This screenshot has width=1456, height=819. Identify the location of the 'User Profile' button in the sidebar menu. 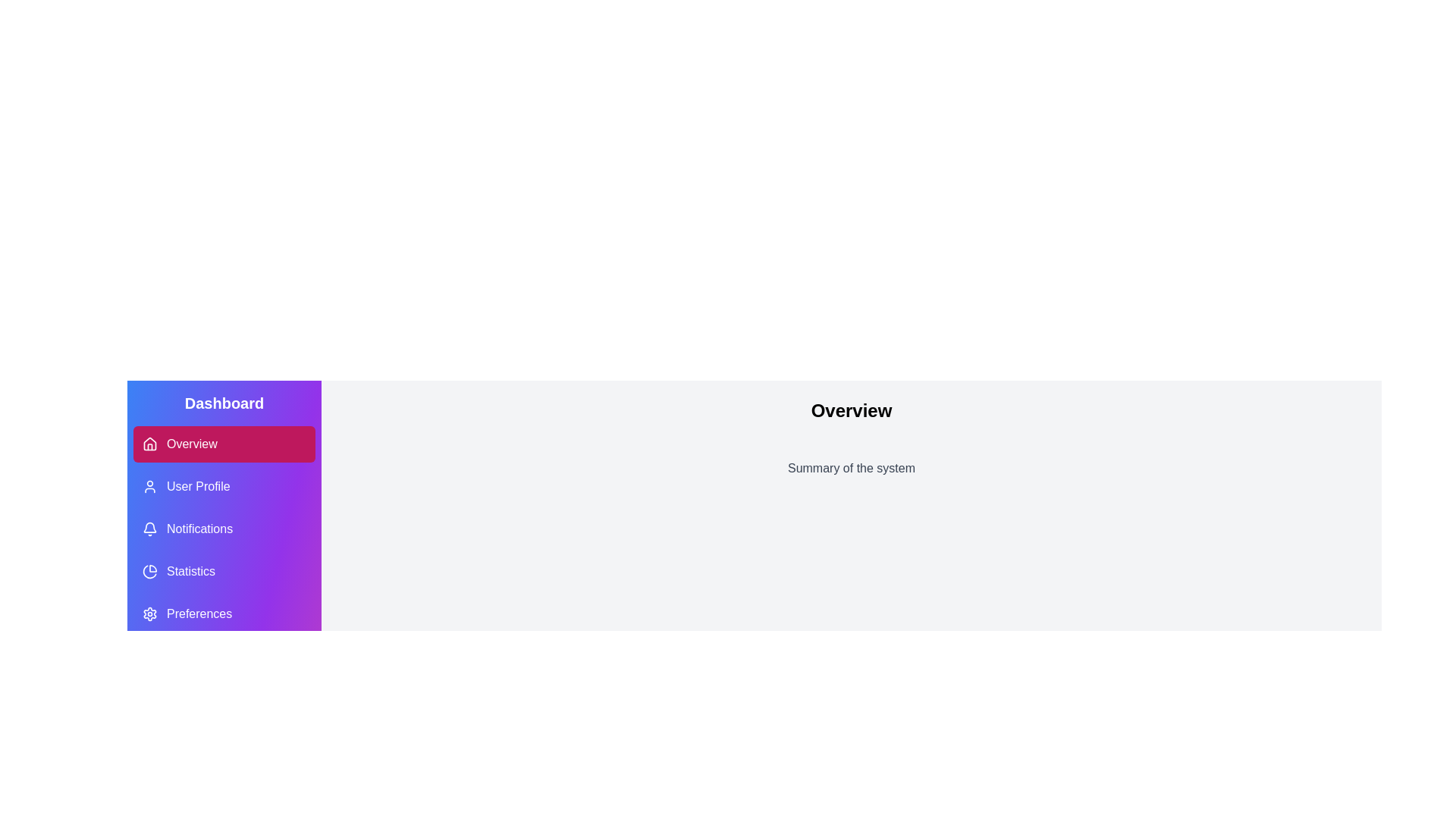
(224, 486).